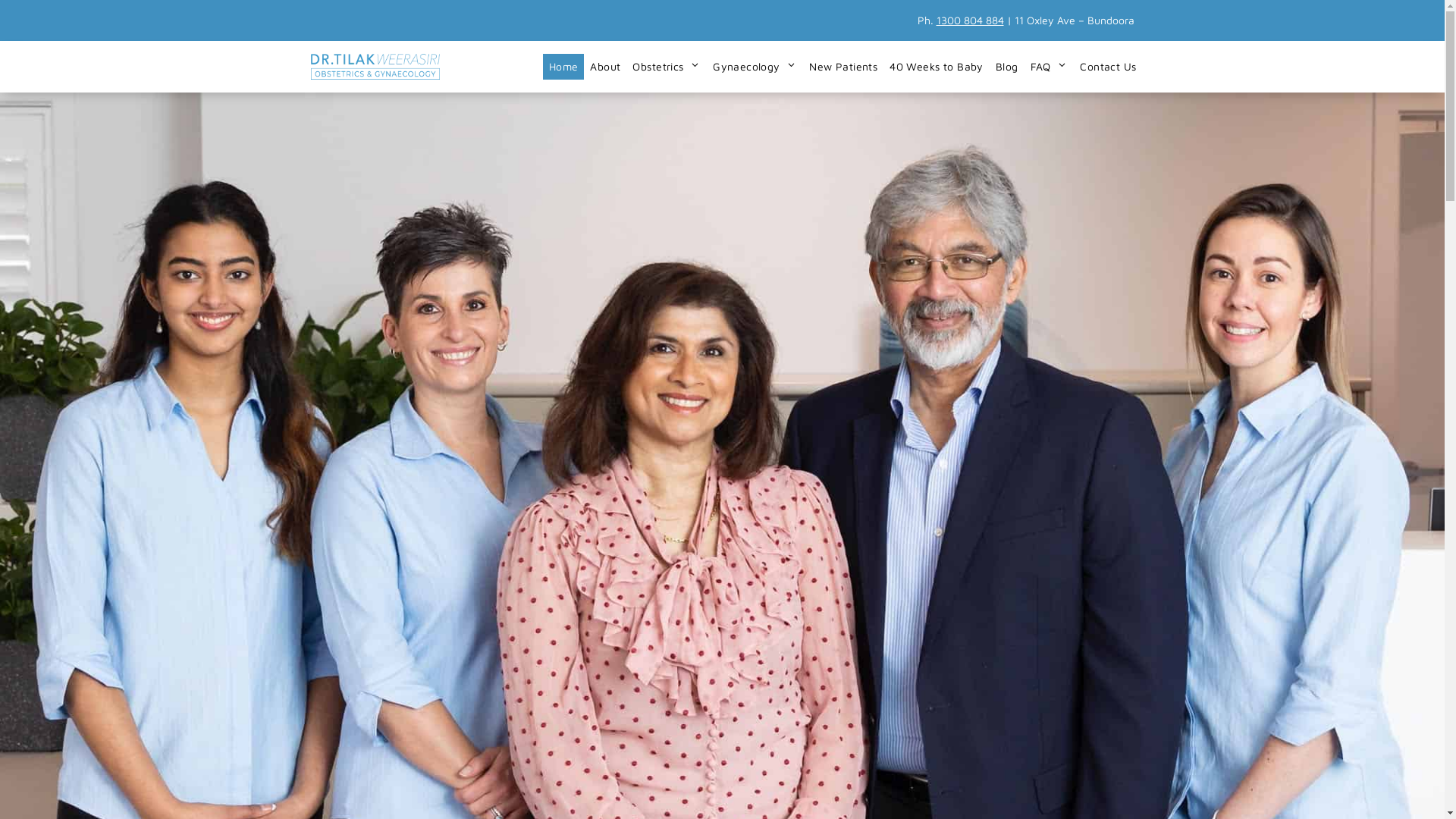  What do you see at coordinates (582, 65) in the screenshot?
I see `'About'` at bounding box center [582, 65].